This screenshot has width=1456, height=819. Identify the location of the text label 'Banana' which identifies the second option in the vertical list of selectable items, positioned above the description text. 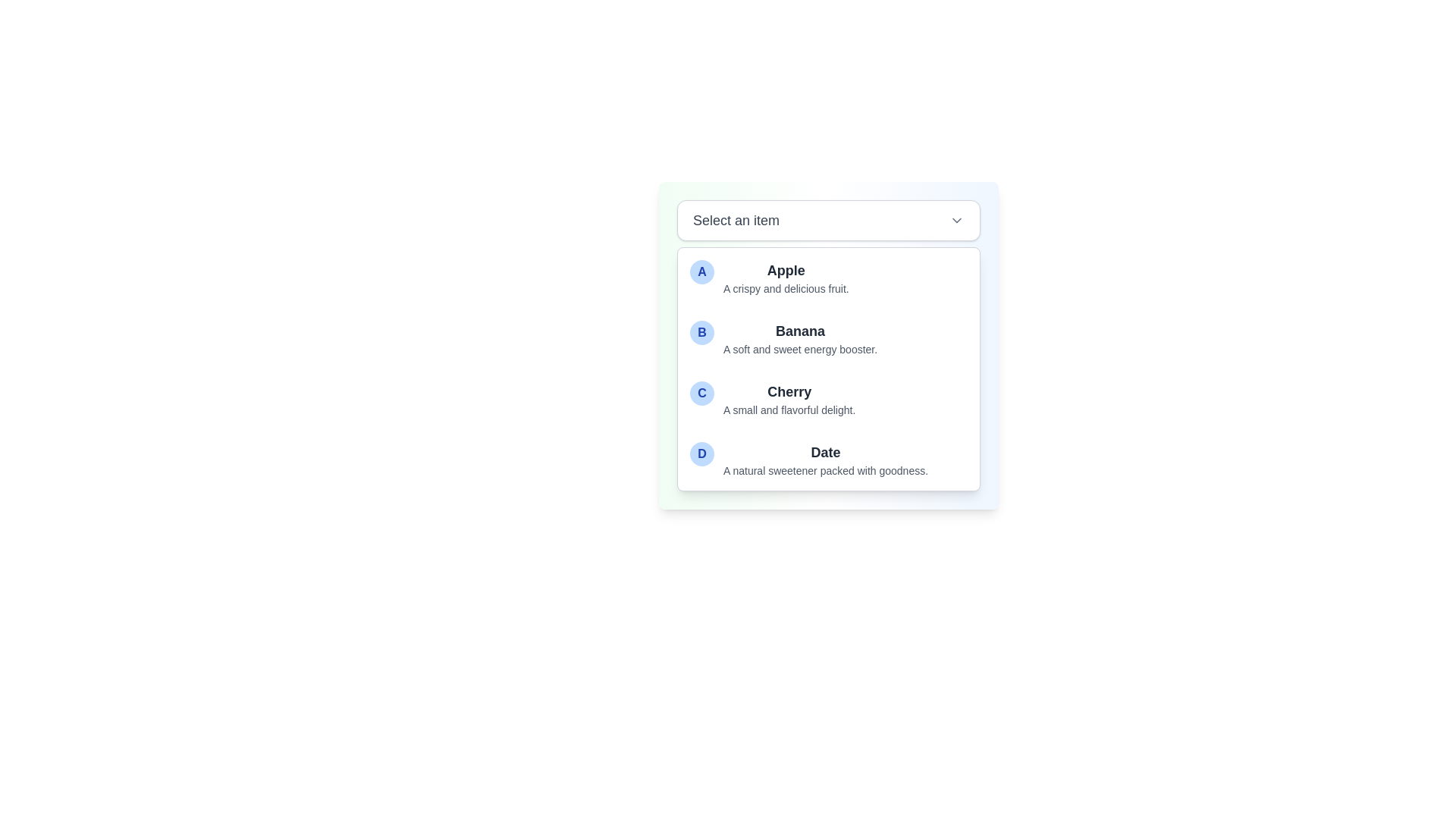
(799, 330).